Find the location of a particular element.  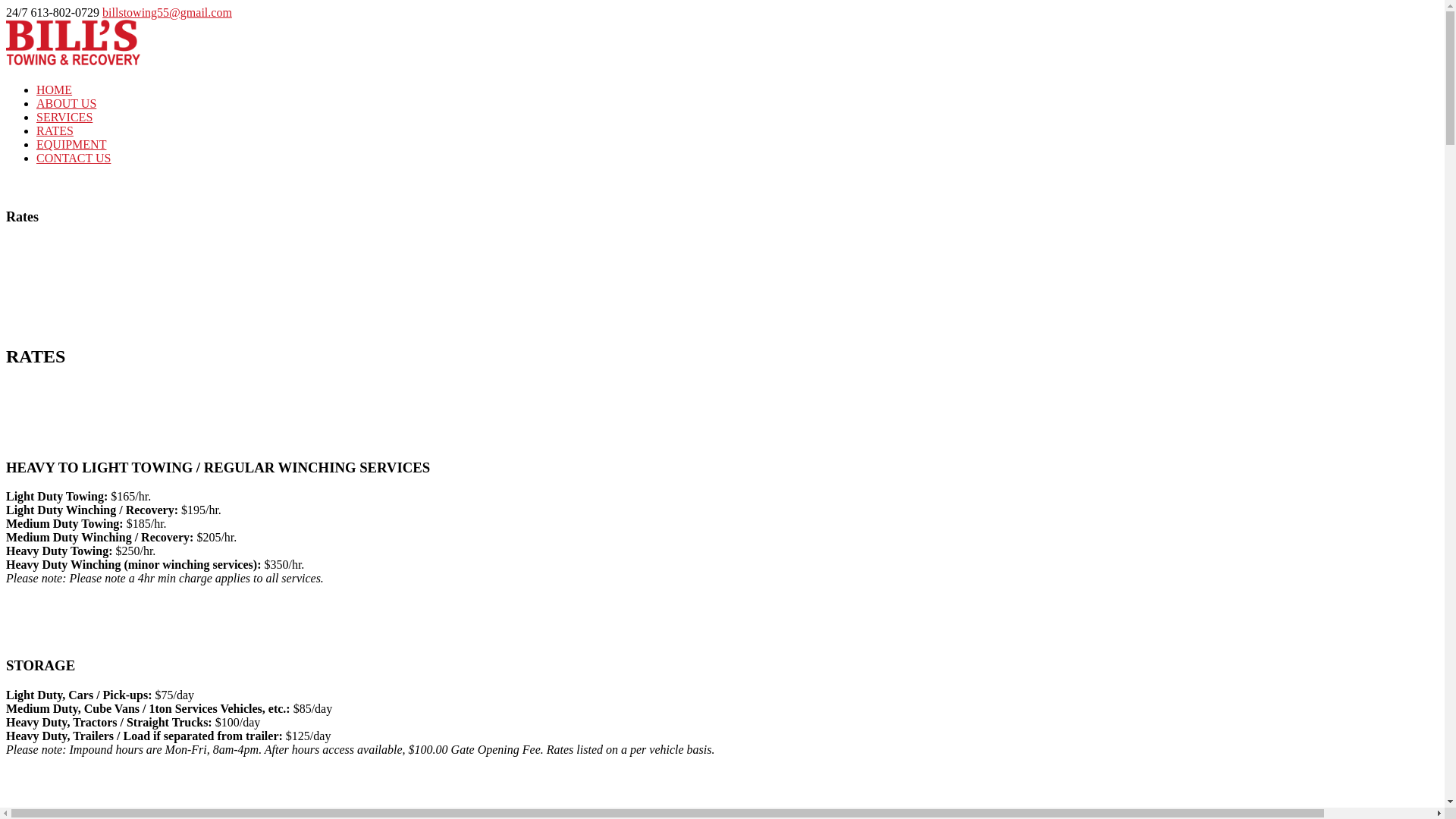

'ABOUT US' is located at coordinates (36, 102).